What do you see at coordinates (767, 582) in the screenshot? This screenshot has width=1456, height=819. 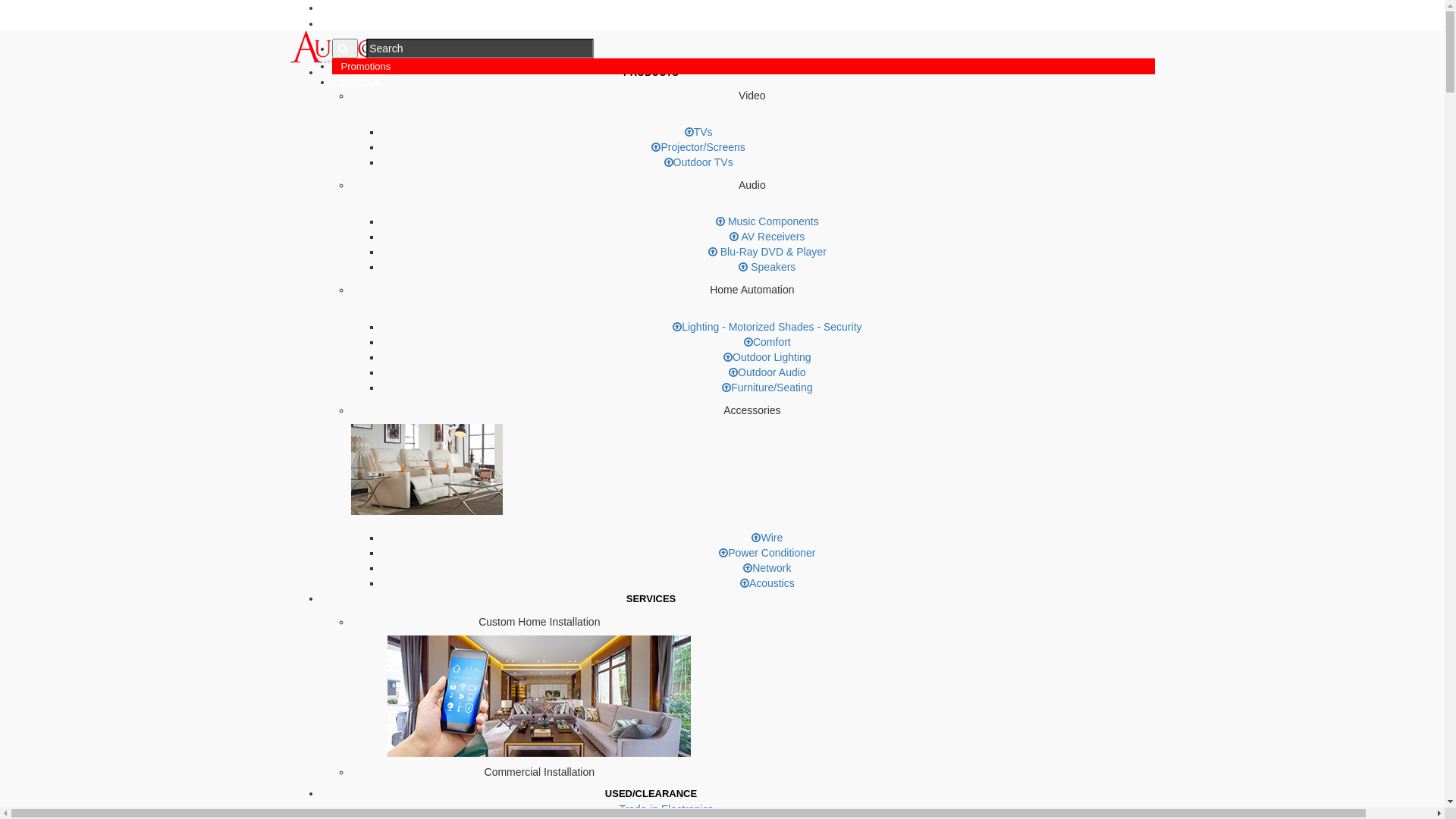 I see `'Acoustics'` at bounding box center [767, 582].